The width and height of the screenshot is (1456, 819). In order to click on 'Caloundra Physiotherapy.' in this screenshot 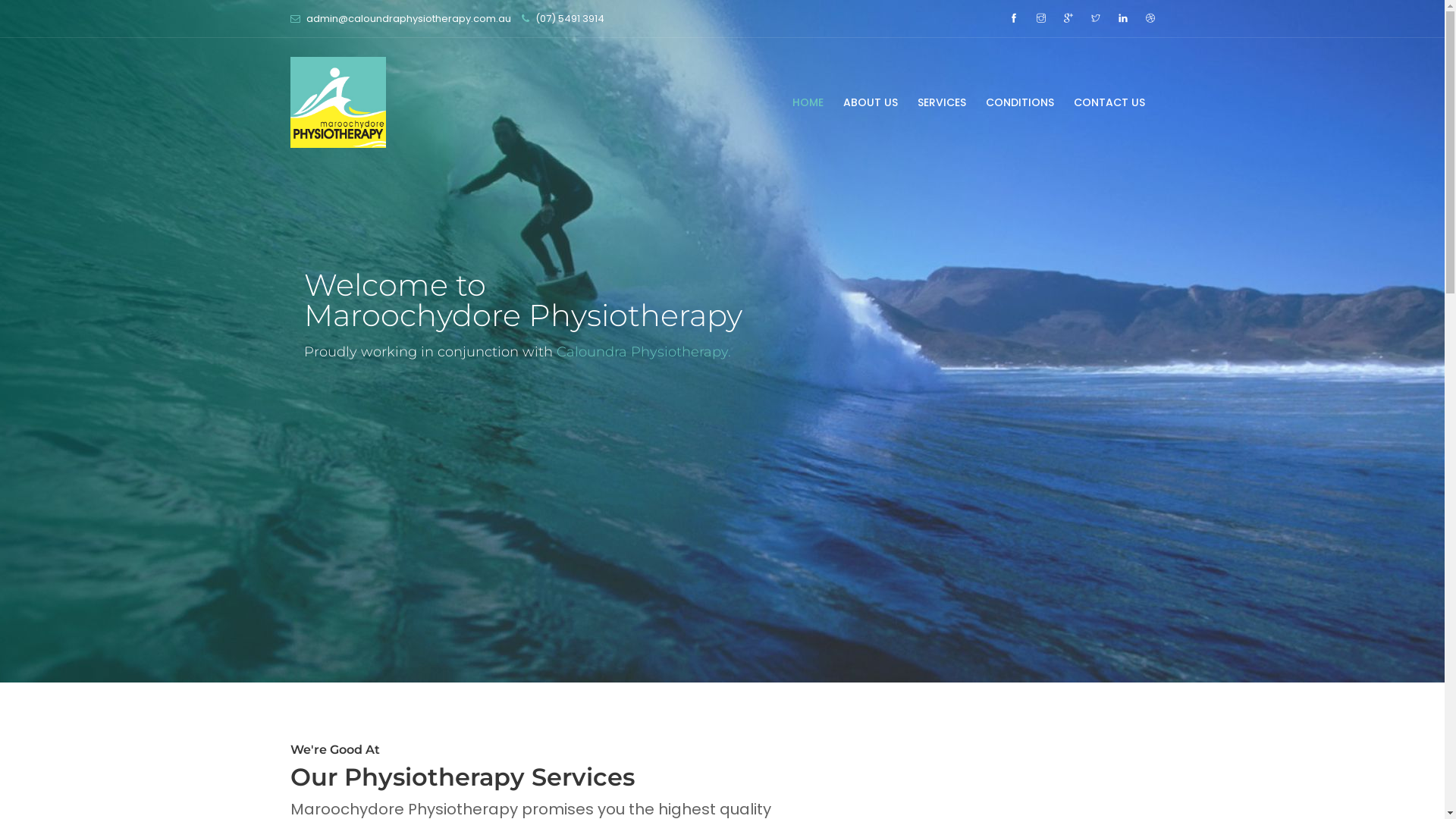, I will do `click(644, 338)`.